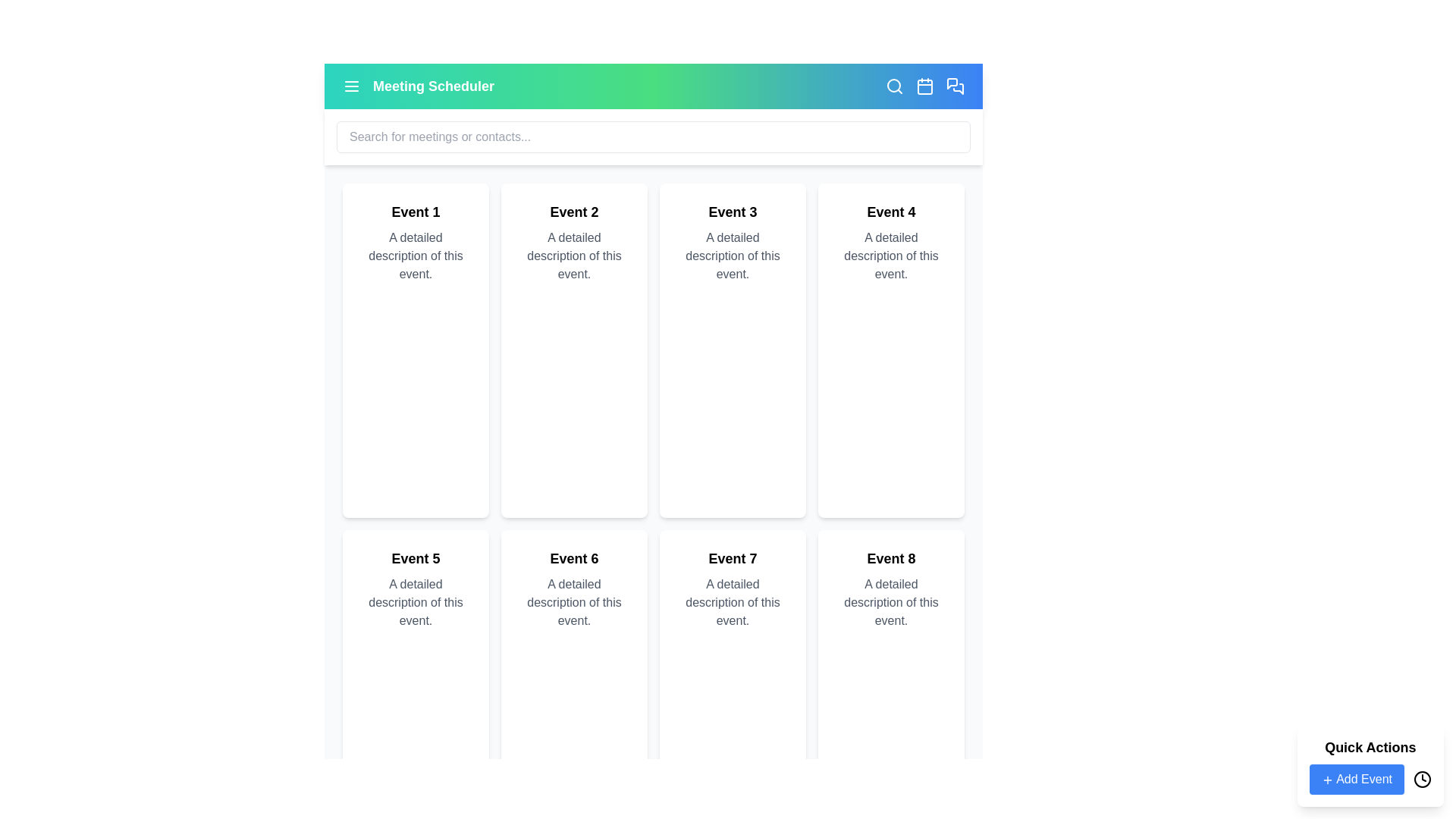 The width and height of the screenshot is (1456, 819). Describe the element at coordinates (416, 212) in the screenshot. I see `the title text located in the top-left card of the grid layout, which serves as the heading for the associated content` at that location.